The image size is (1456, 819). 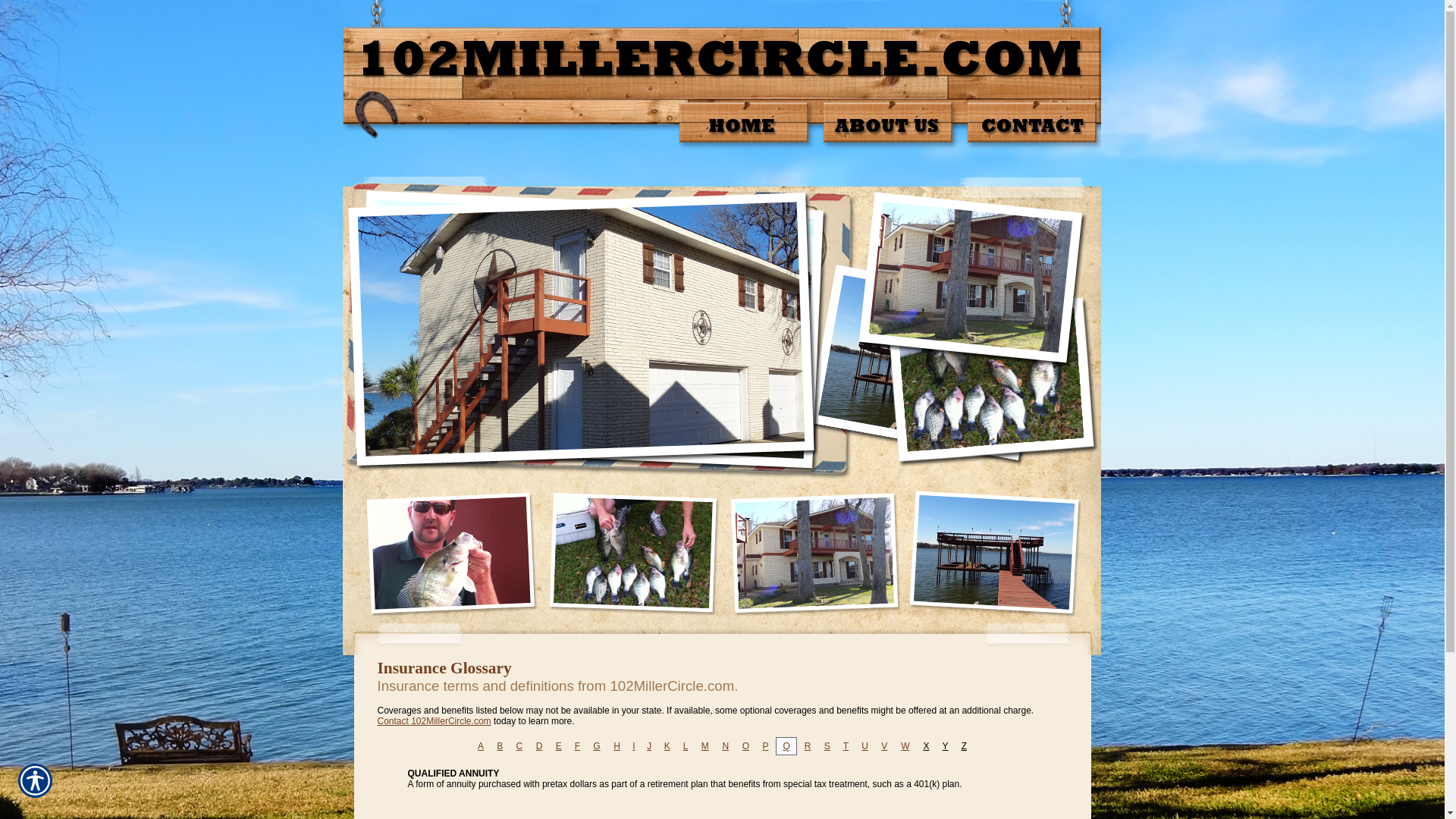 What do you see at coordinates (595, 745) in the screenshot?
I see `'G'` at bounding box center [595, 745].